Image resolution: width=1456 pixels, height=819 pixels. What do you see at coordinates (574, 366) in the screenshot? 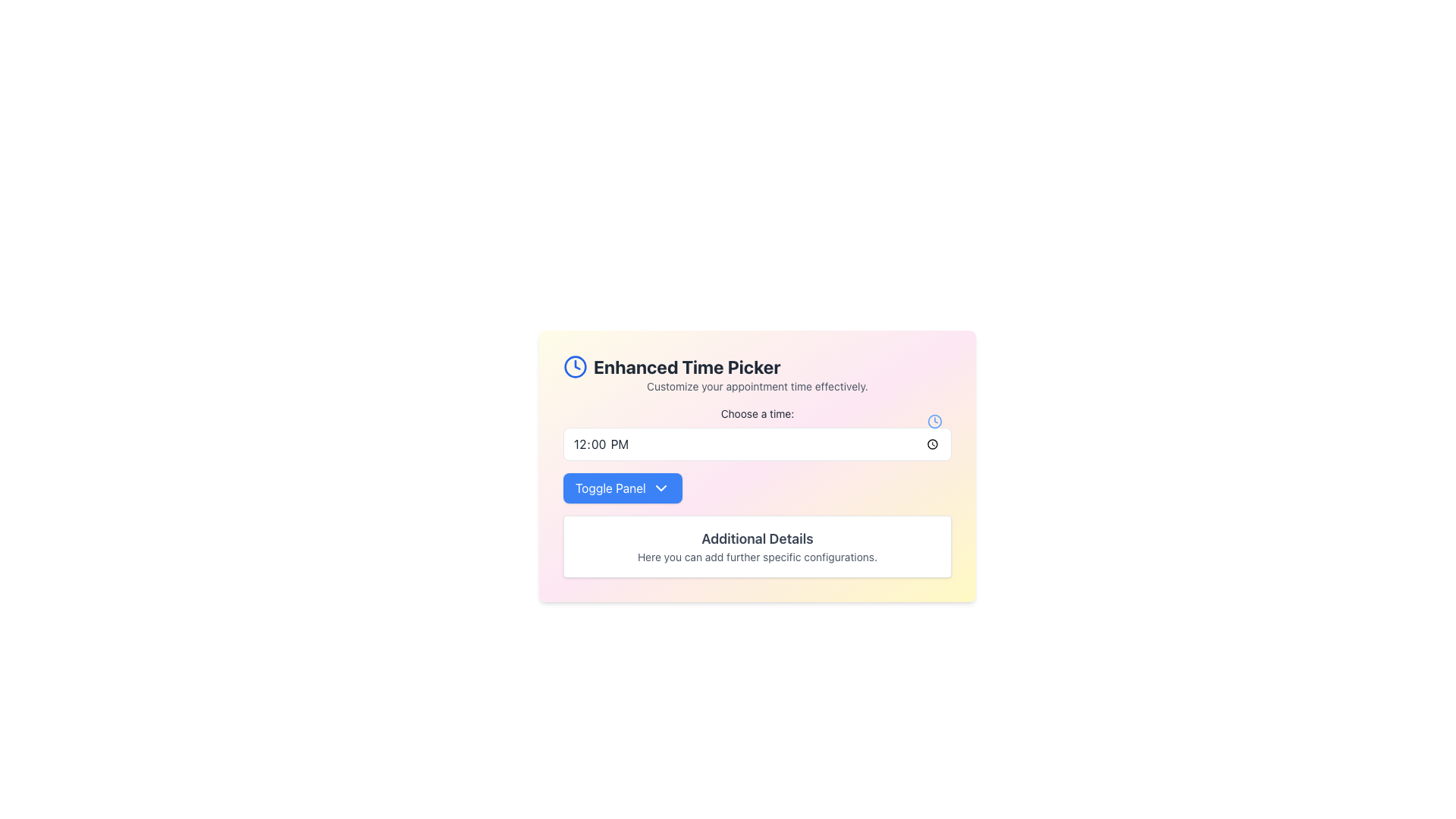
I see `the circular-shaped graphical component representing the outer boundary of the clock icon, which is located to the left of the title 'Enhanced Time Picker'` at bounding box center [574, 366].